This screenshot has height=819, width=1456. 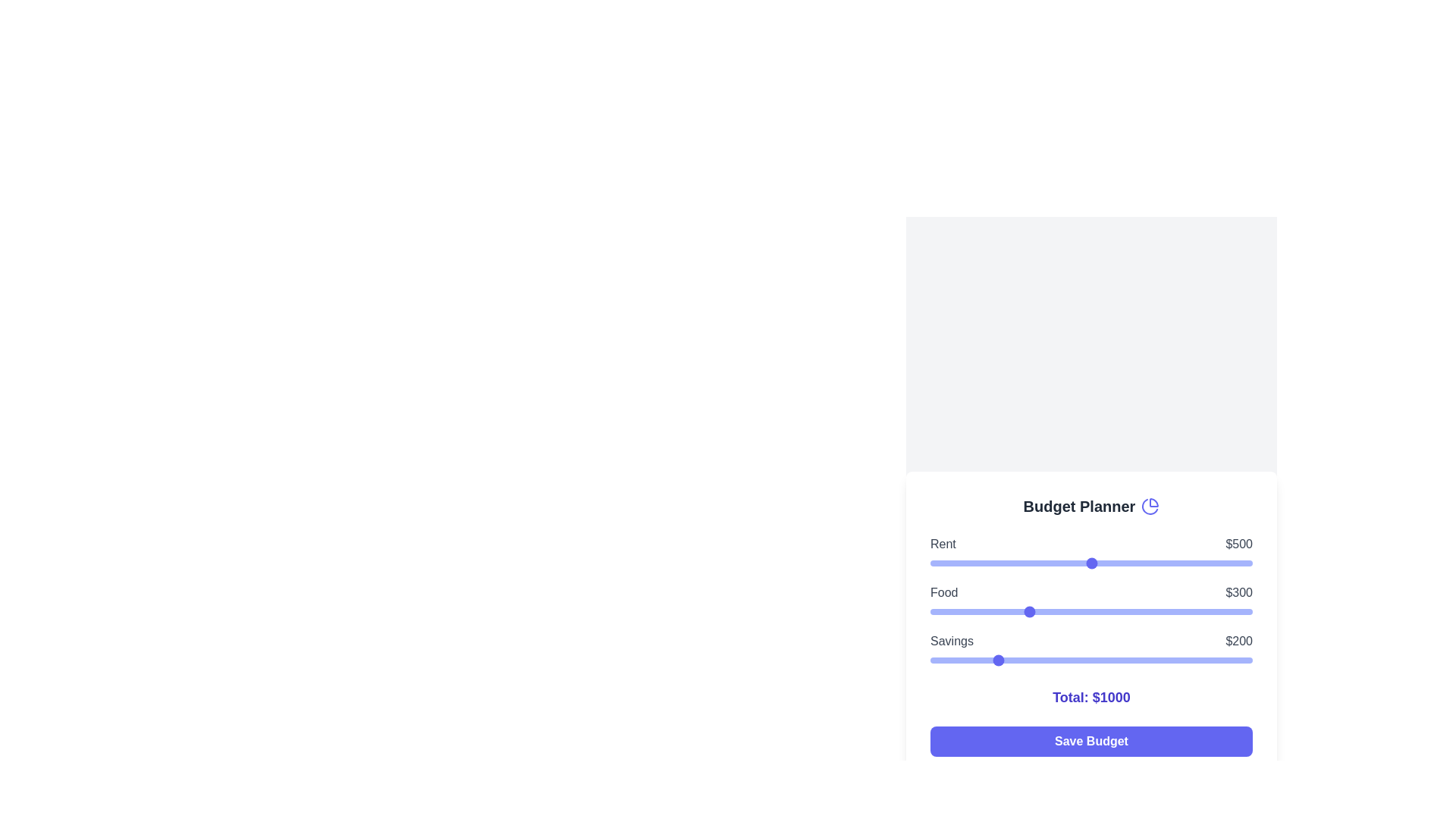 I want to click on the element displaying the total budget to focus on it, so click(x=1090, y=698).